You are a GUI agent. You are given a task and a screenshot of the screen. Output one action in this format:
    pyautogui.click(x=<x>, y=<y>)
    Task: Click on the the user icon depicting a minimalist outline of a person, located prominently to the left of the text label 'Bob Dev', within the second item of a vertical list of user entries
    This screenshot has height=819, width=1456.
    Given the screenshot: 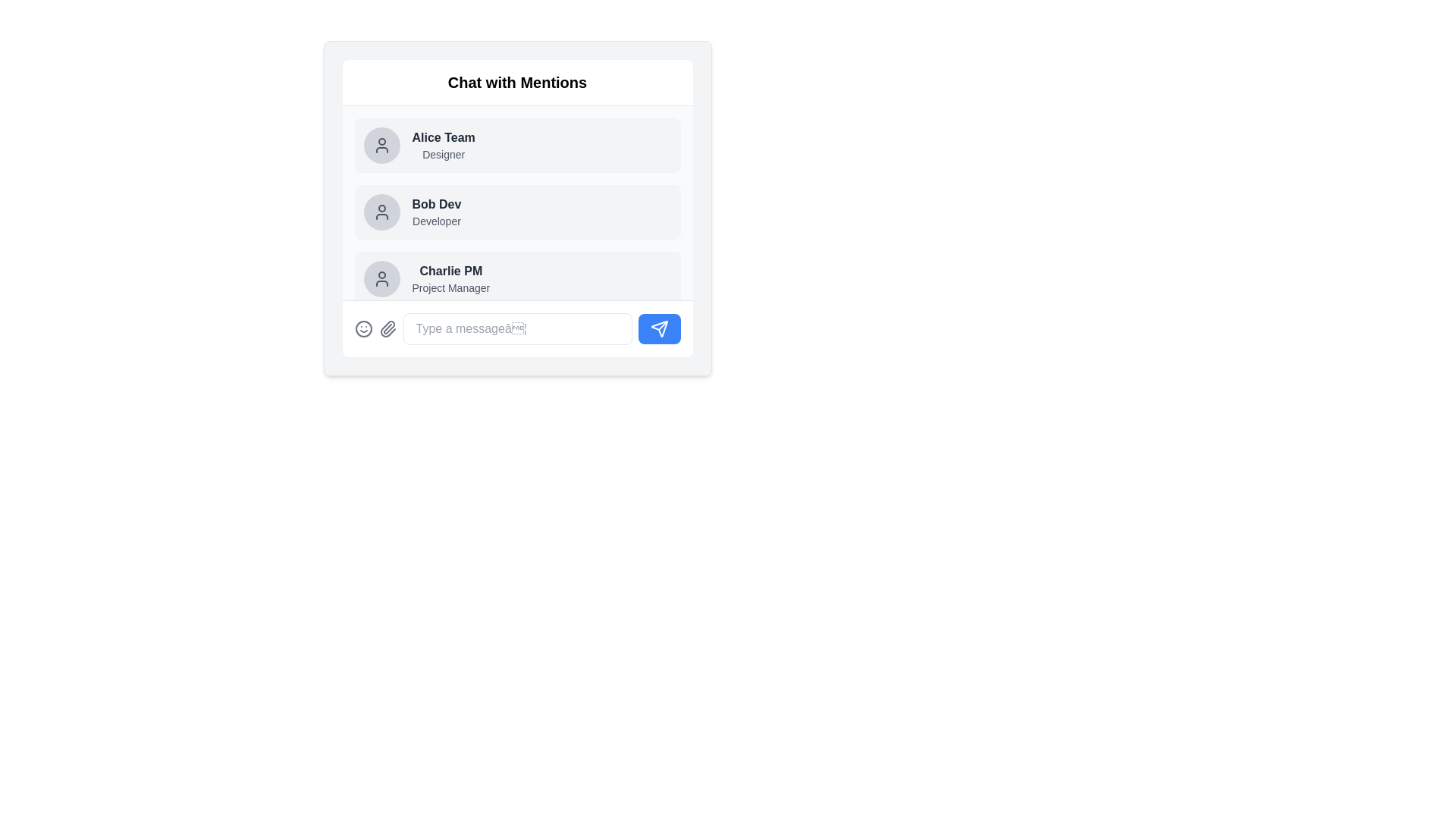 What is the action you would take?
    pyautogui.click(x=381, y=212)
    